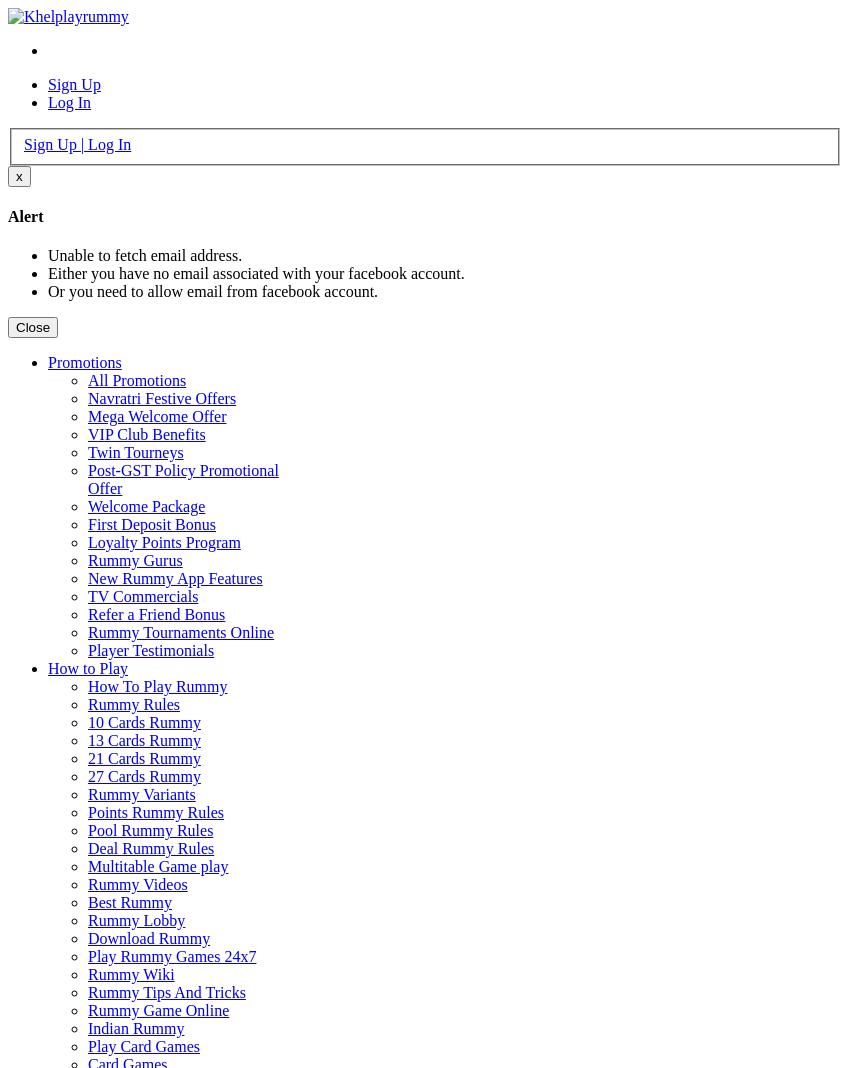  Describe the element at coordinates (74, 83) in the screenshot. I see `'Sign Up'` at that location.